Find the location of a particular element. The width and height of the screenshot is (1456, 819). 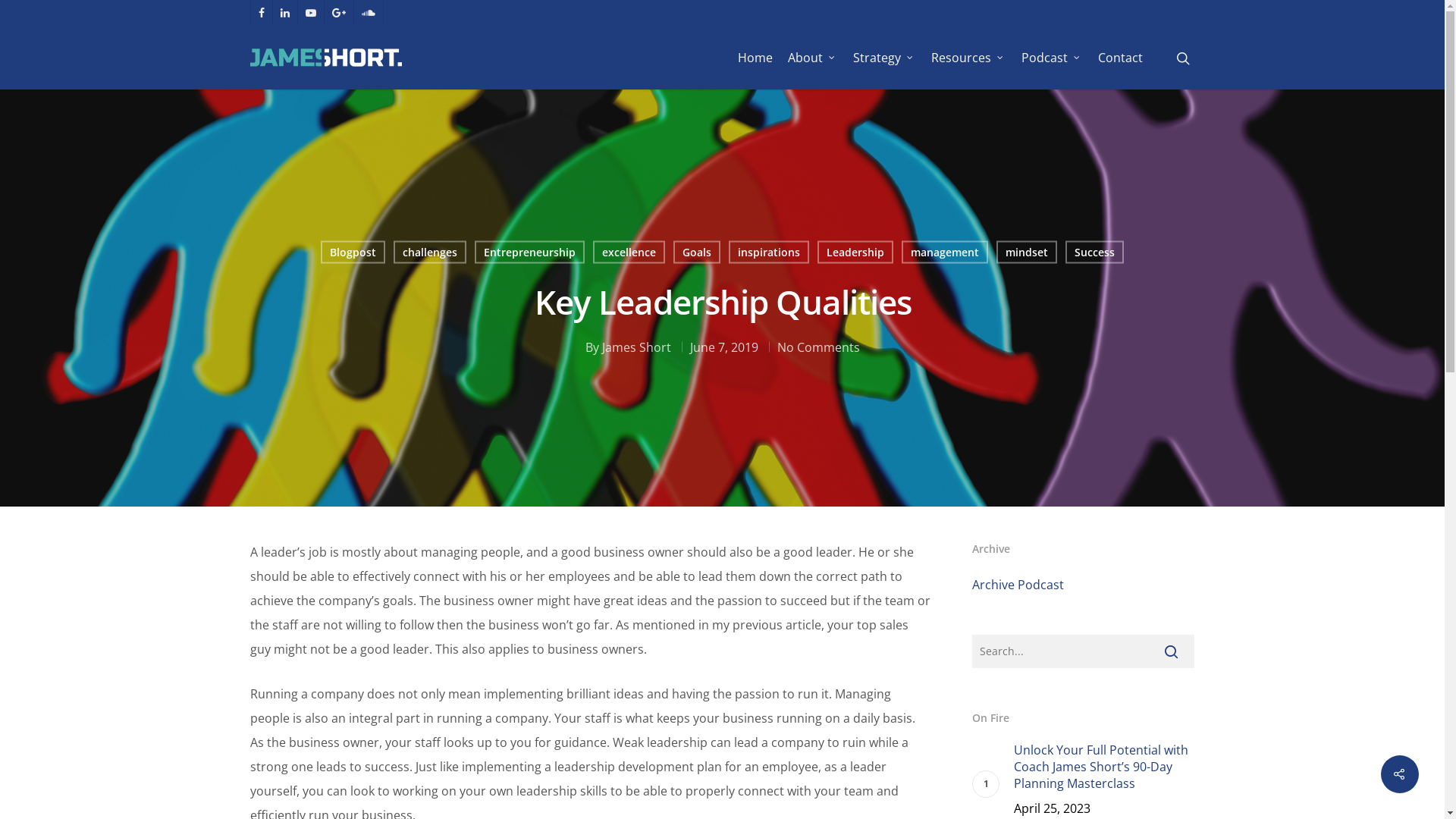

'challenges' is located at coordinates (428, 251).